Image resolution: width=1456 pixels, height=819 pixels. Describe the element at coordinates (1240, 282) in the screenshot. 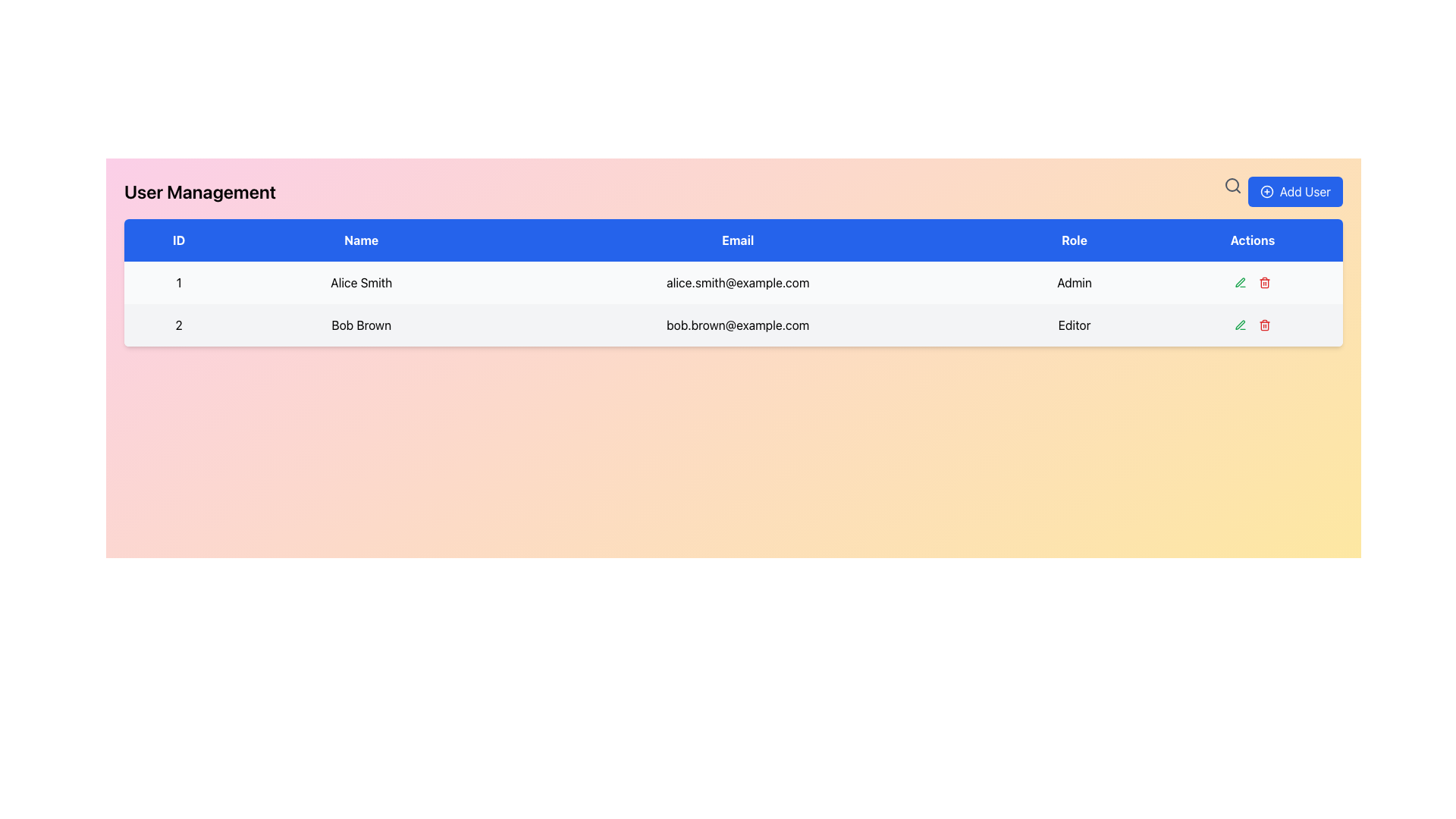

I see `the green pen icon representing the editing action in the 'Actions' column for user 'Bob Brown' in the second row of the table` at that location.